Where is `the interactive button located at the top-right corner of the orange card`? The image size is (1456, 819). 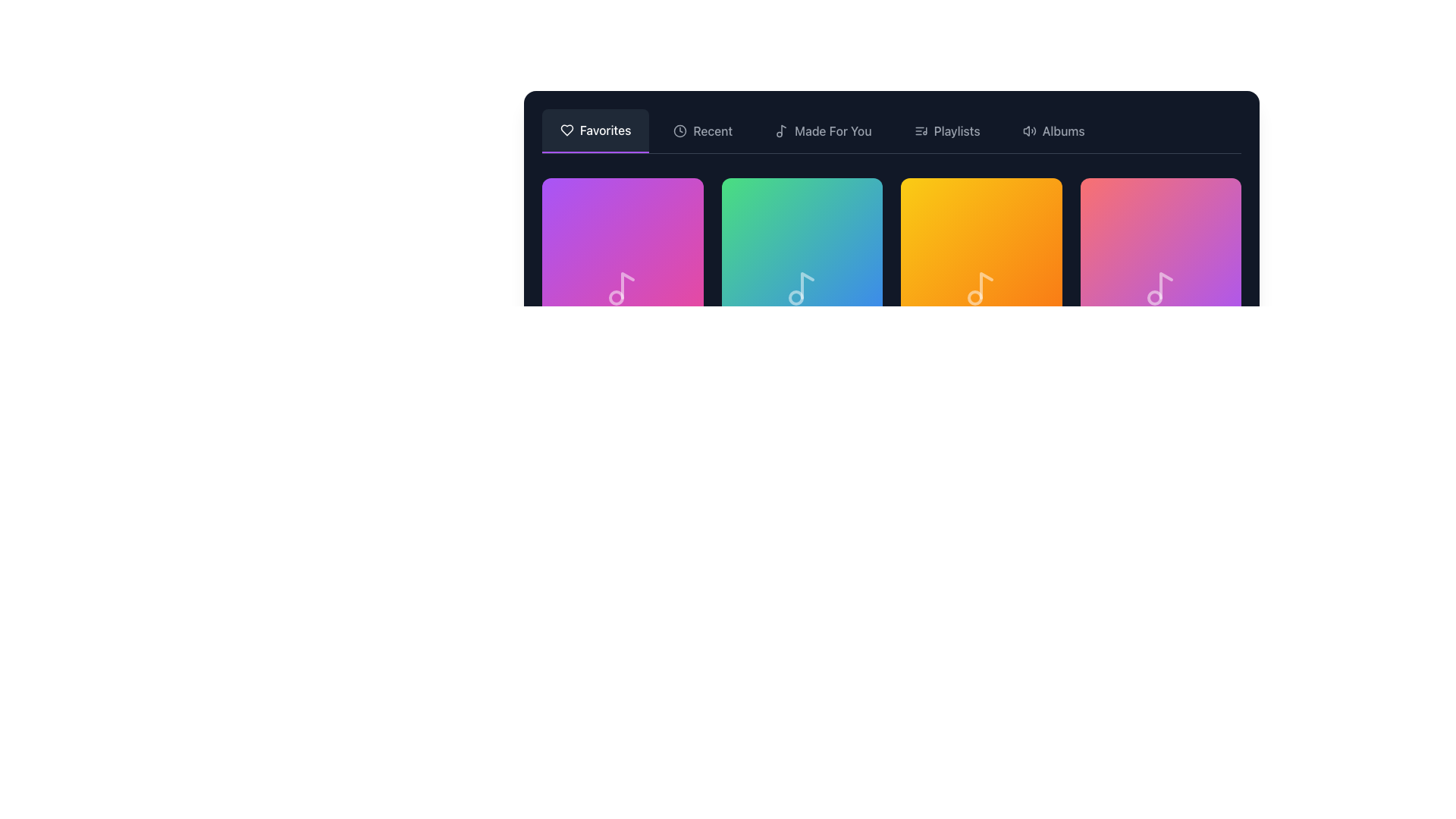 the interactive button located at the top-right corner of the orange card is located at coordinates (1022, 201).